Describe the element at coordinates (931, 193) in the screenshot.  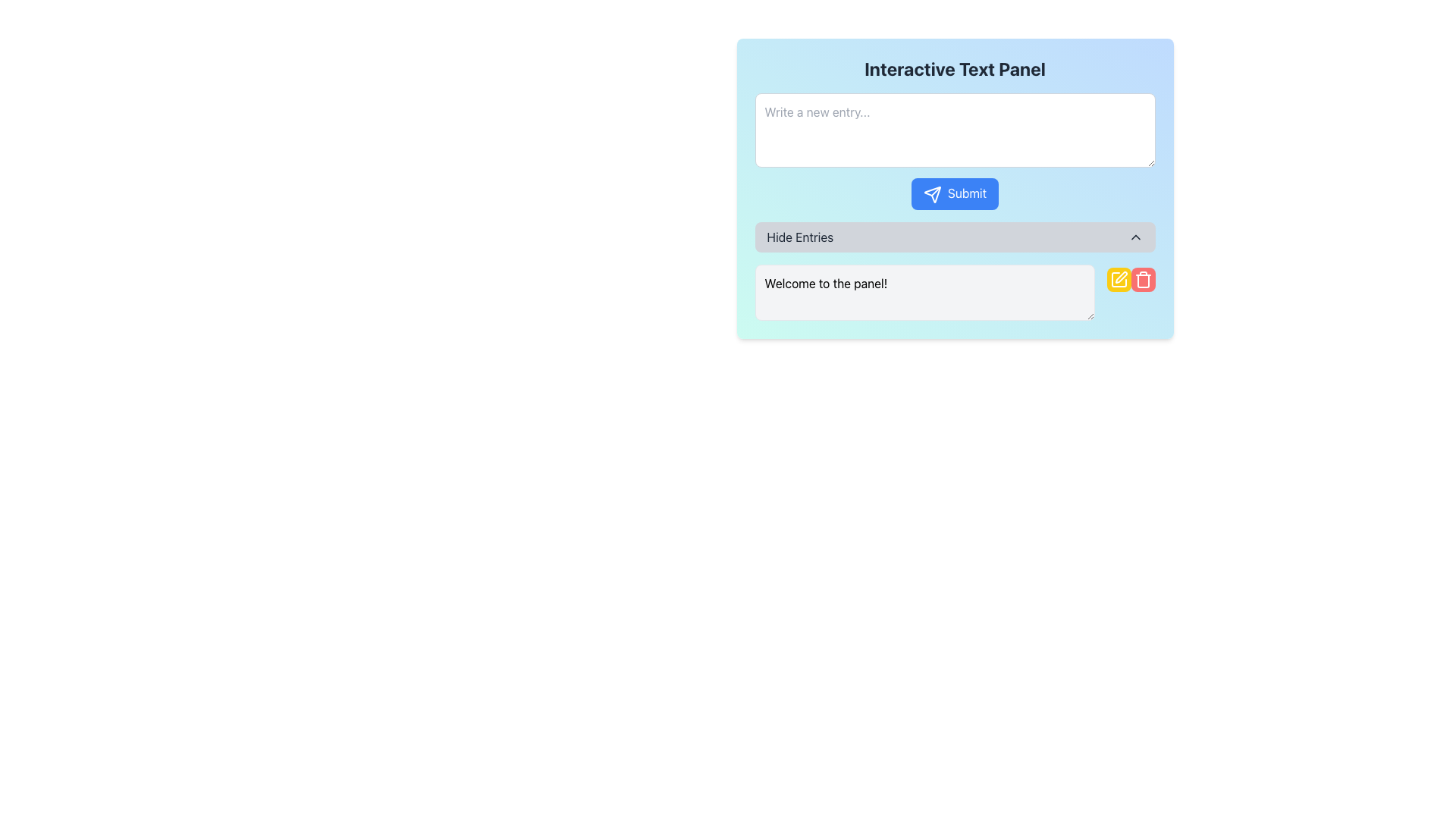
I see `the 'Submit' button which contains the SVG graphical icon` at that location.